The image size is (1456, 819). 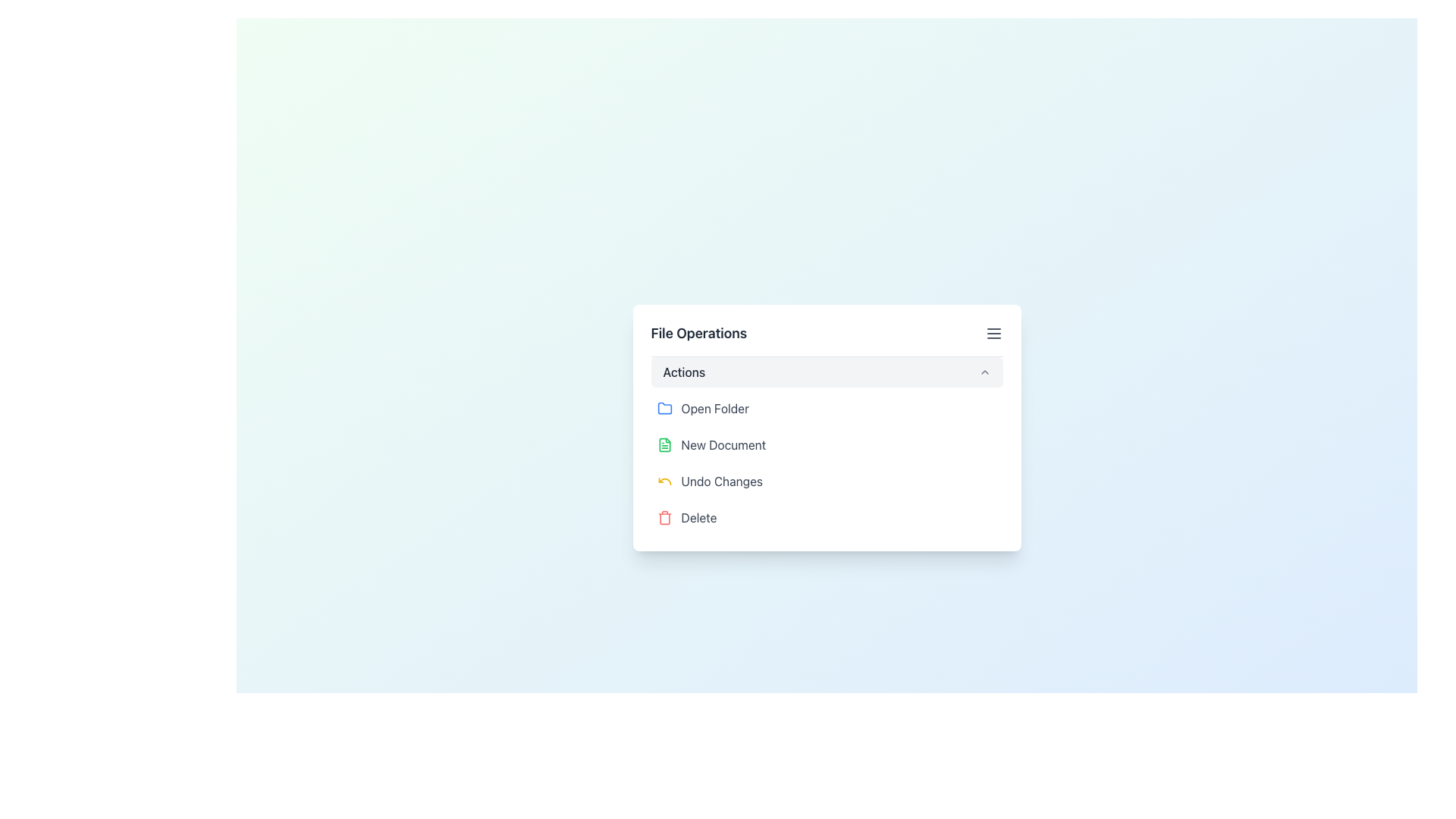 What do you see at coordinates (826, 444) in the screenshot?
I see `the 'Create New Document' button located in the 'File Operations' section under 'Actions', which is the second item in the menu` at bounding box center [826, 444].